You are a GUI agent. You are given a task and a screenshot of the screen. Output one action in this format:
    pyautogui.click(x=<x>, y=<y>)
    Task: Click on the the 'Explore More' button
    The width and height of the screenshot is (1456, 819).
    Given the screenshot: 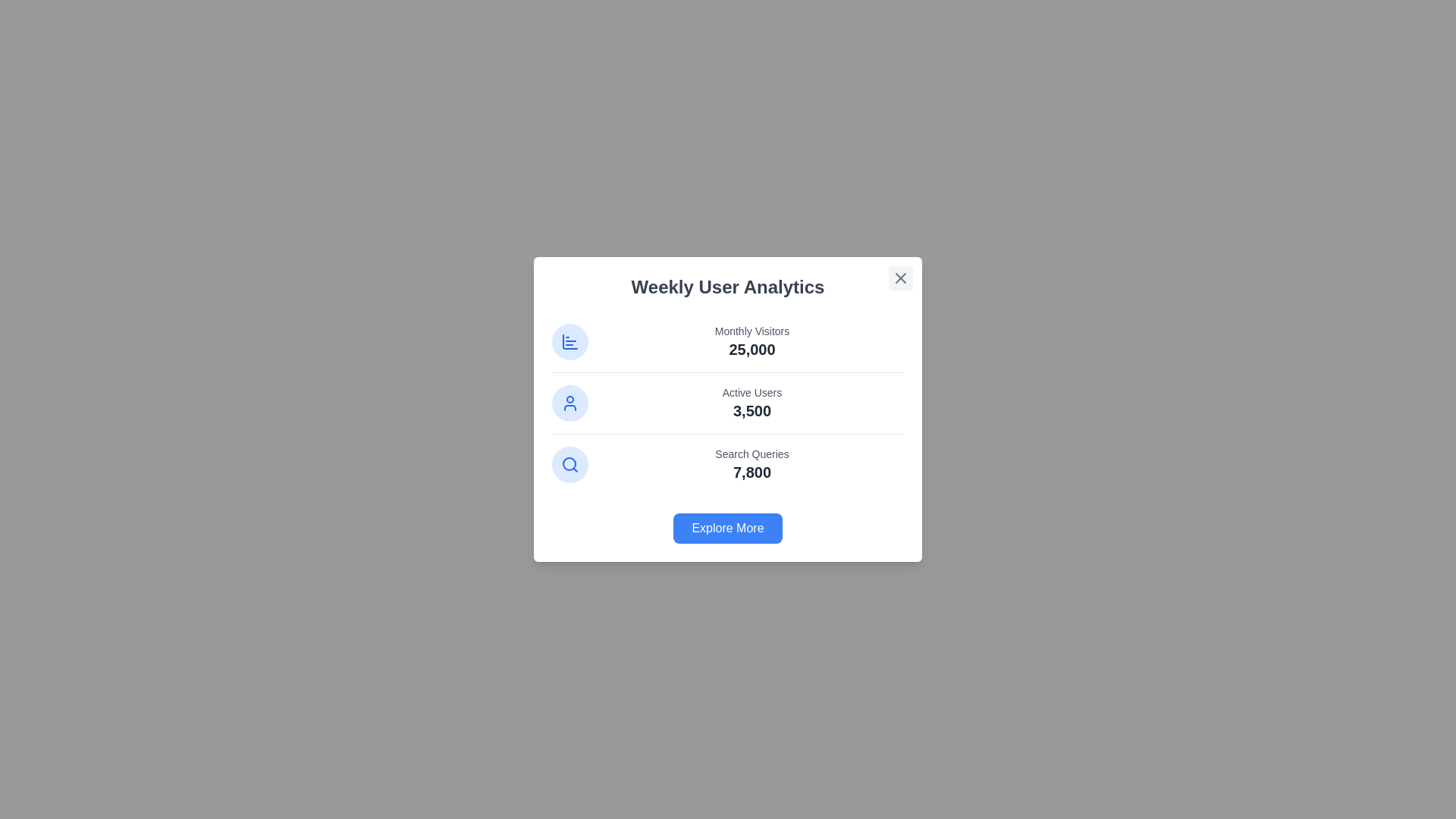 What is the action you would take?
    pyautogui.click(x=728, y=528)
    